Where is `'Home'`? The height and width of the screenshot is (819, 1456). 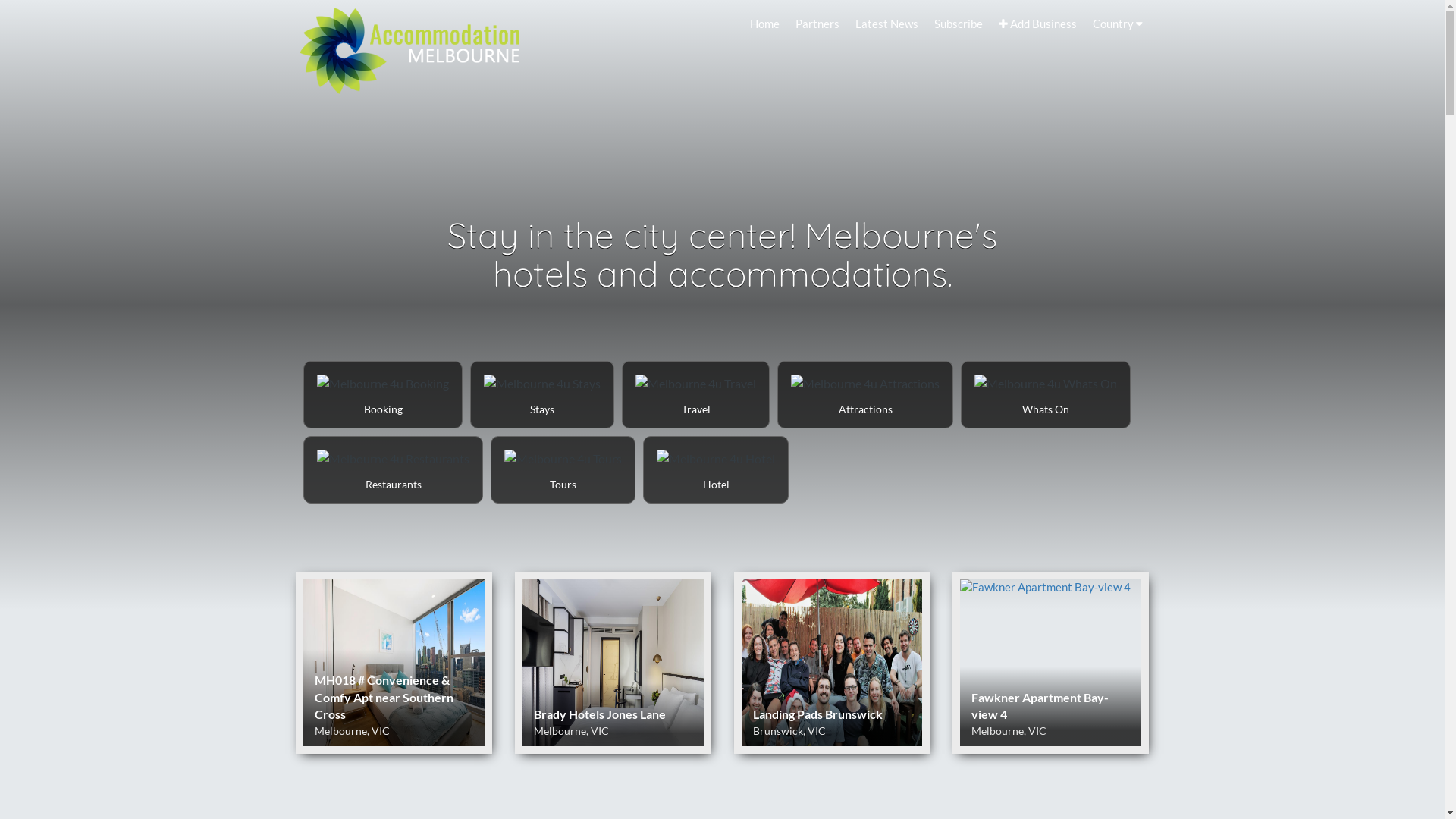 'Home' is located at coordinates (764, 23).